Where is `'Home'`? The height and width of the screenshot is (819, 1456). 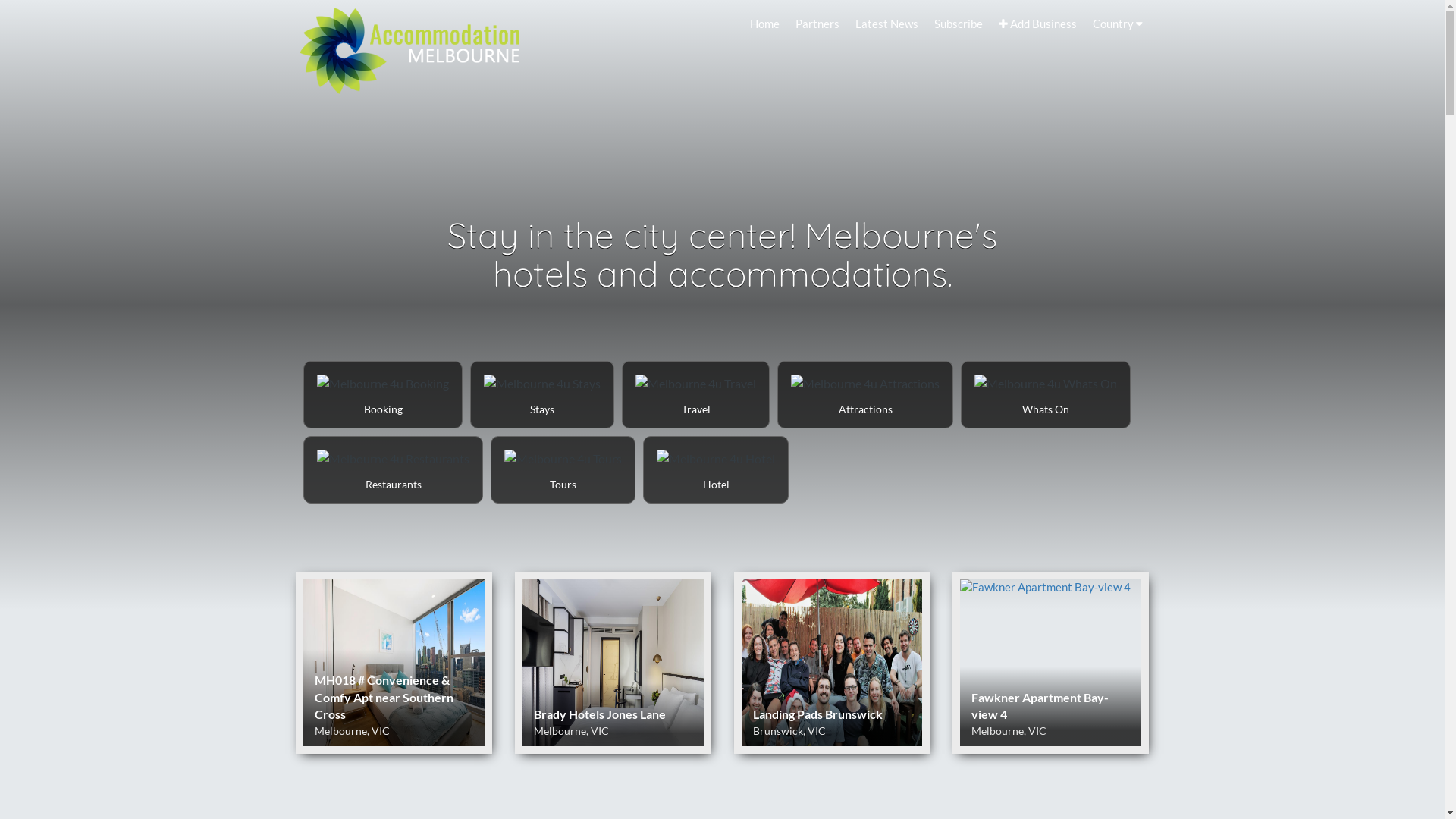 'Home' is located at coordinates (764, 23).